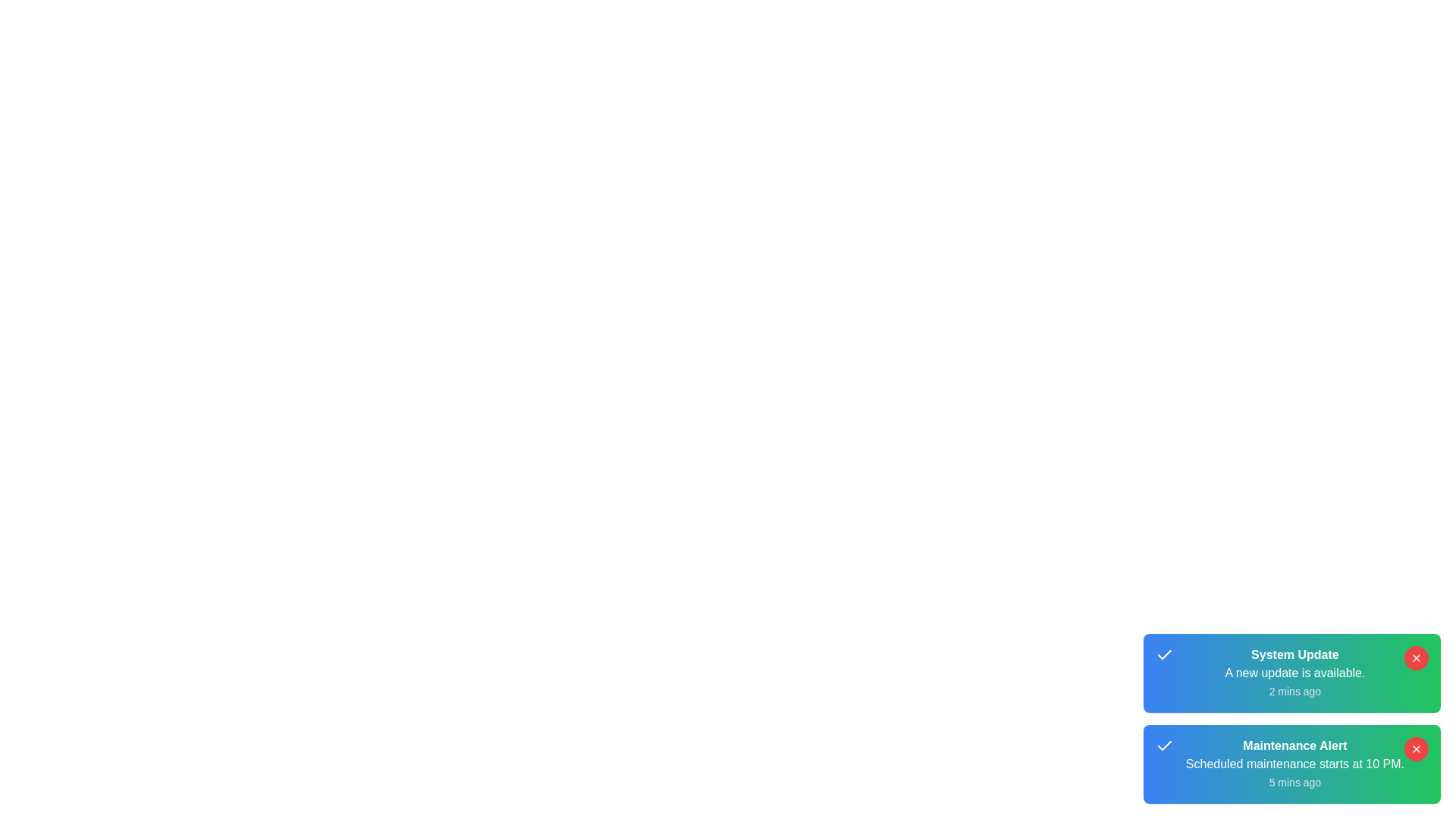 This screenshot has width=1456, height=819. What do you see at coordinates (1291, 672) in the screenshot?
I see `the notification to expand its details` at bounding box center [1291, 672].